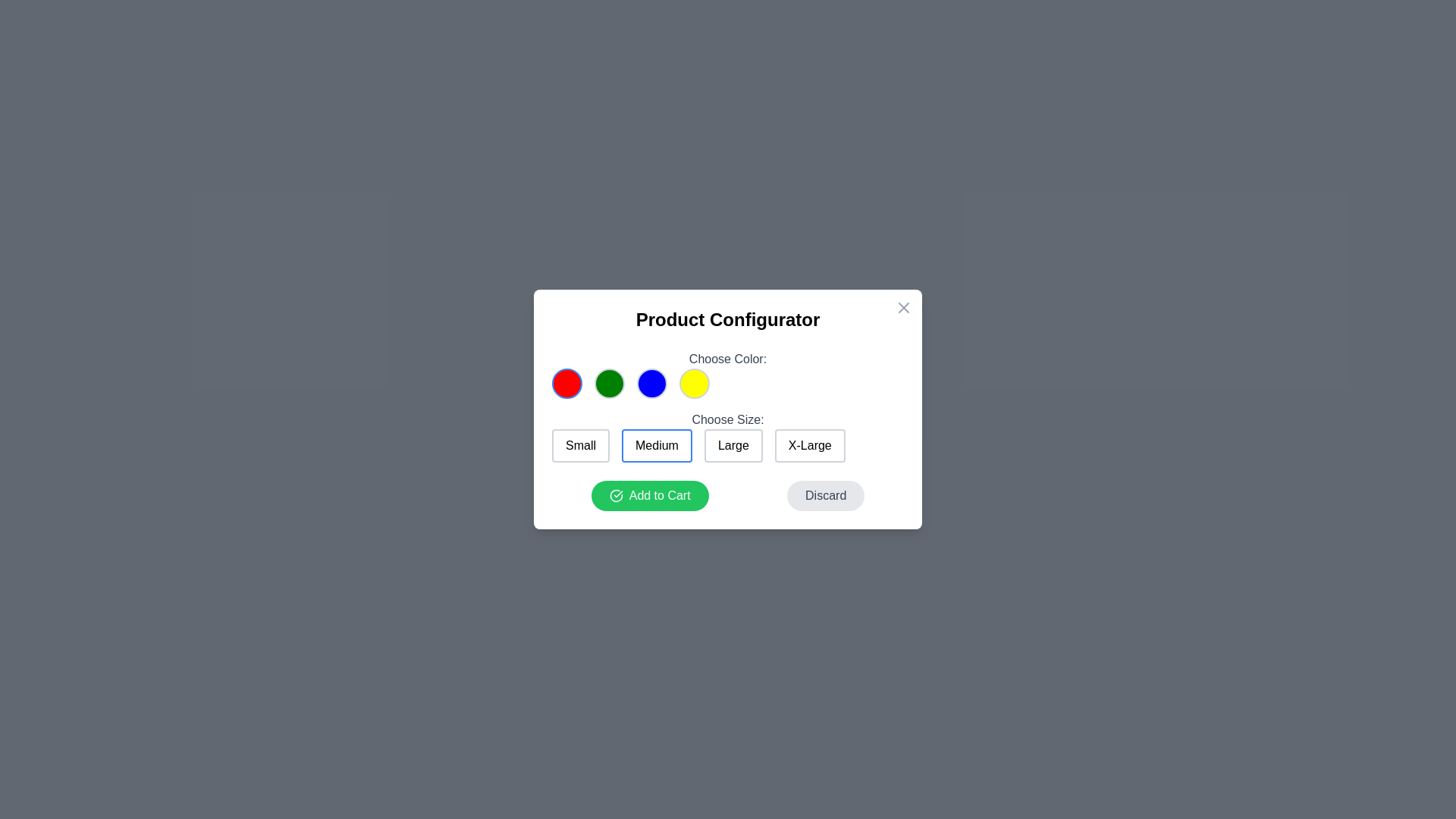 Image resolution: width=1456 pixels, height=819 pixels. What do you see at coordinates (809, 444) in the screenshot?
I see `the 'X-Large' size button, which is the last in a group of size selection buttons arranged horizontally` at bounding box center [809, 444].